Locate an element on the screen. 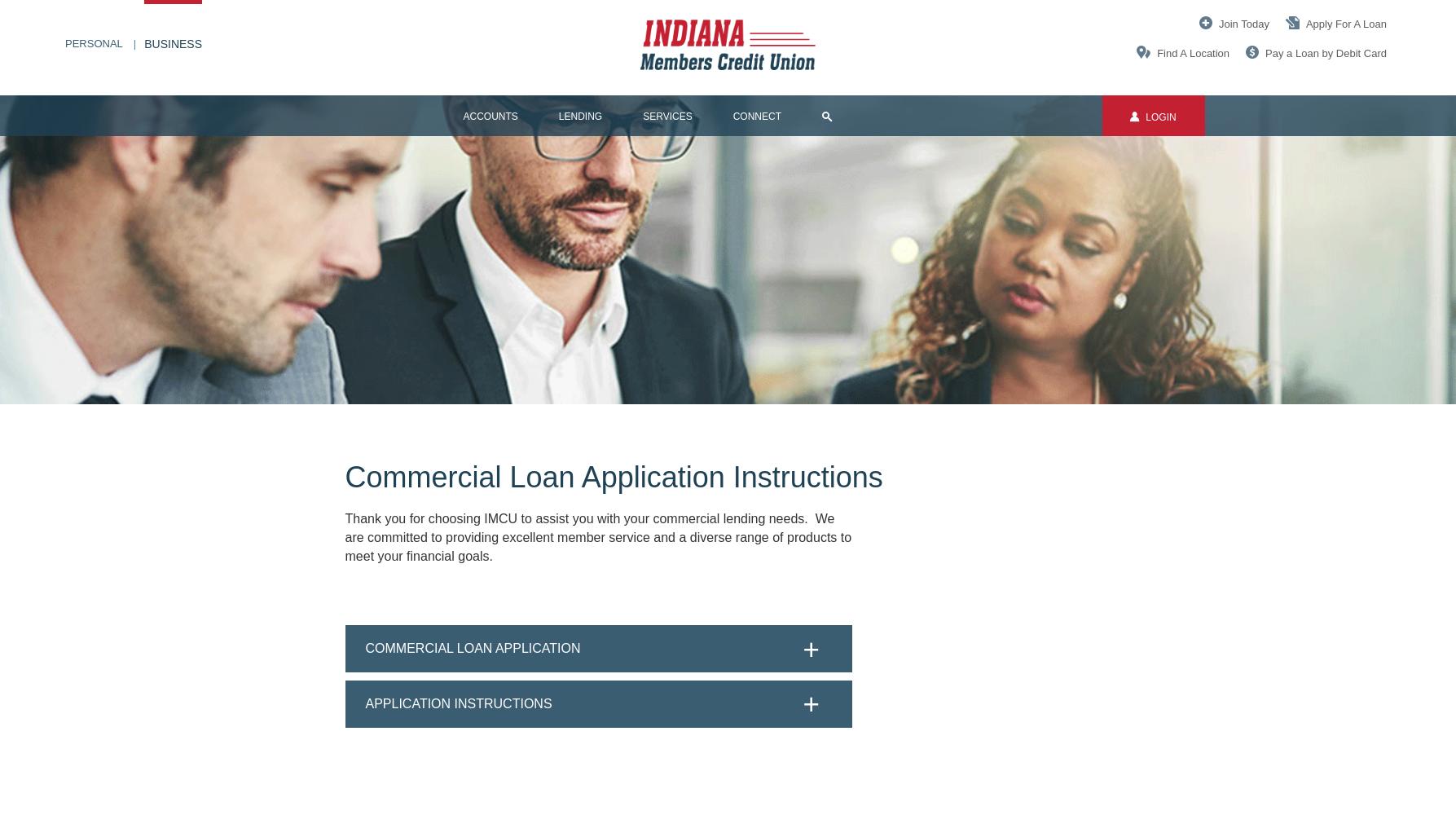 The width and height of the screenshot is (1456, 815). 'Commercial loan application' is located at coordinates (365, 648).